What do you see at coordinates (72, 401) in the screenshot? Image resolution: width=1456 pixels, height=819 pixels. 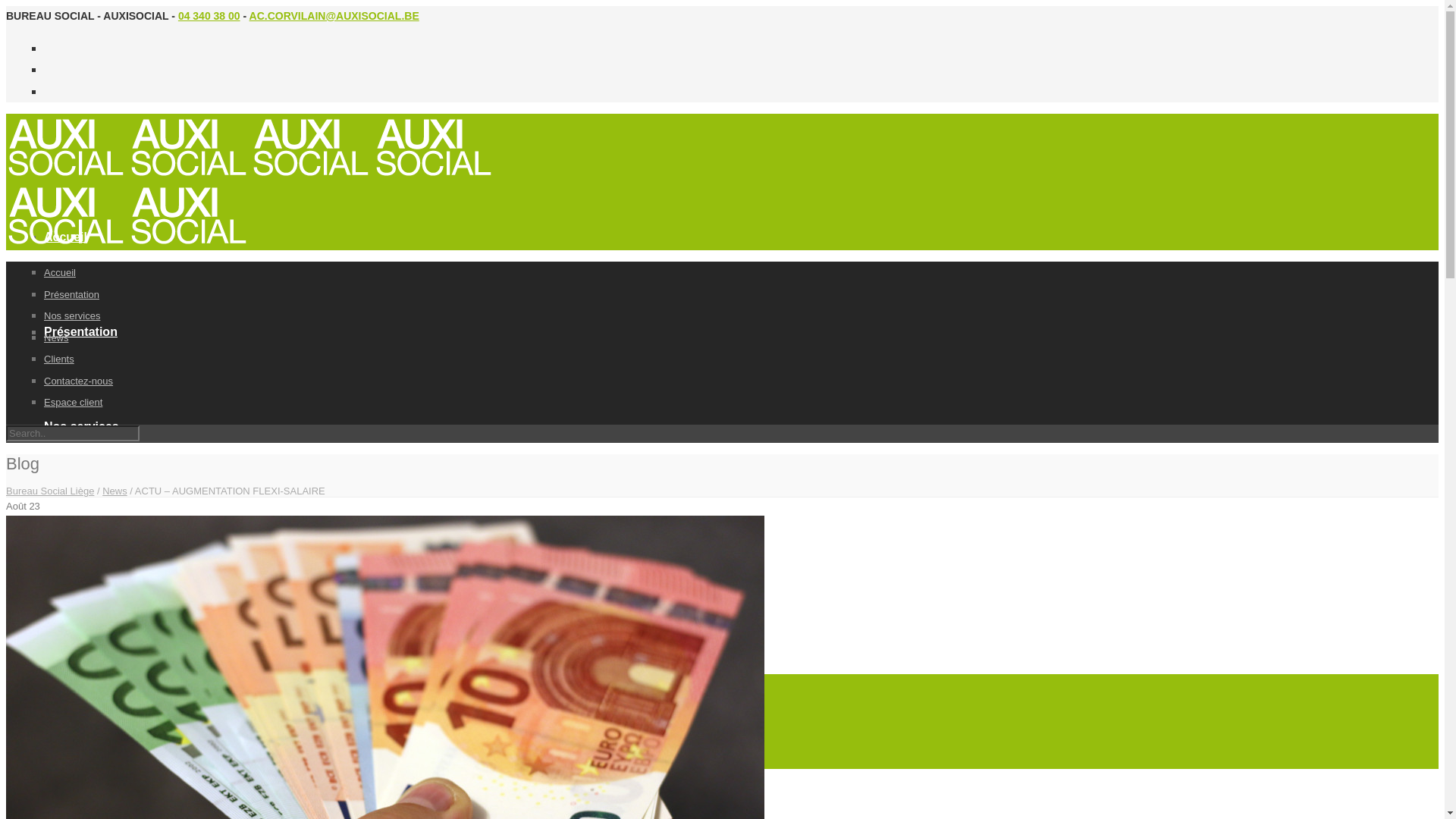 I see `'Espace client'` at bounding box center [72, 401].